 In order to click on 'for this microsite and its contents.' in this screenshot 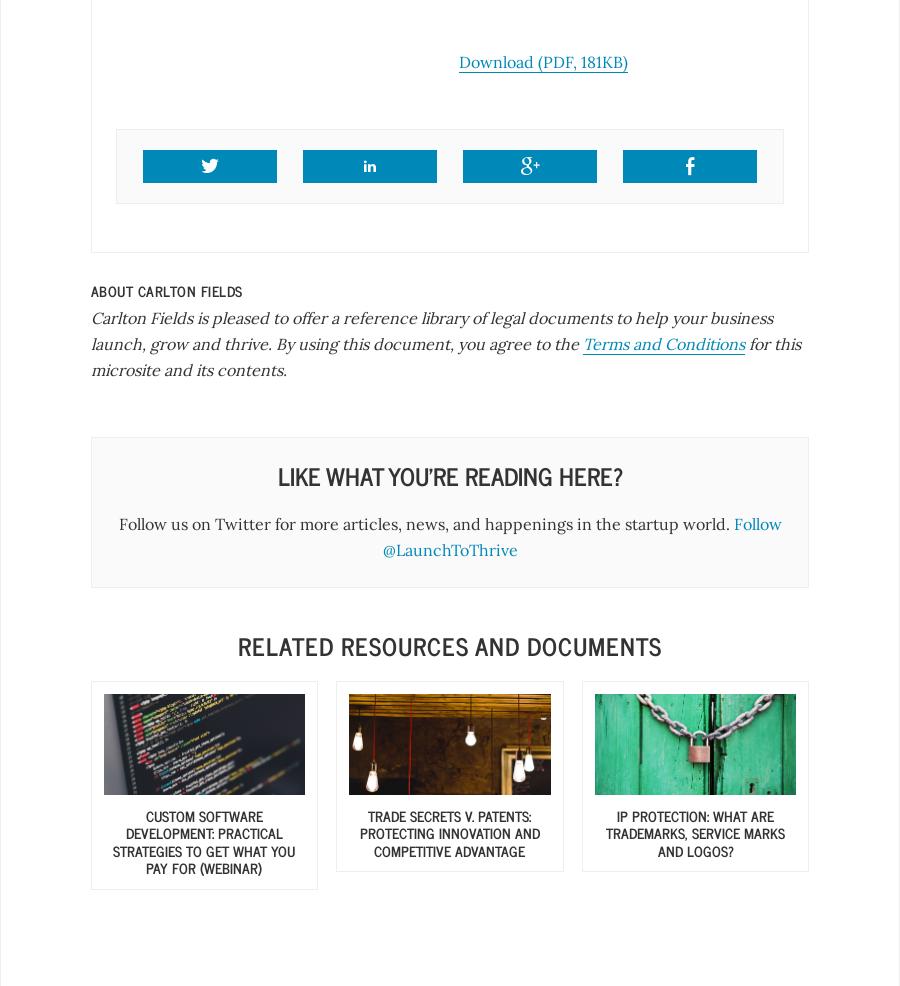, I will do `click(444, 356)`.